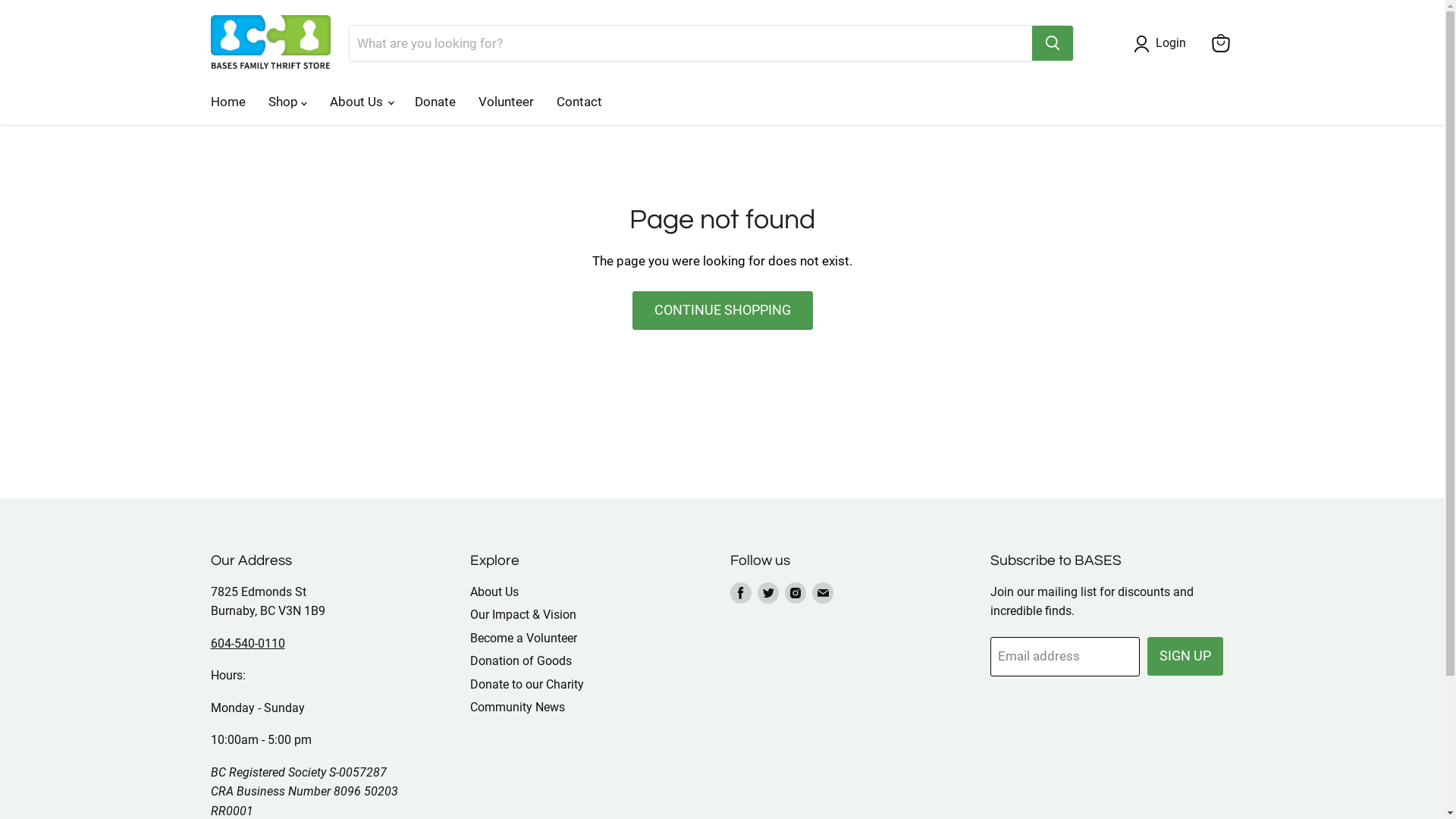 This screenshot has height=819, width=1456. Describe the element at coordinates (198, 102) in the screenshot. I see `'Home'` at that location.